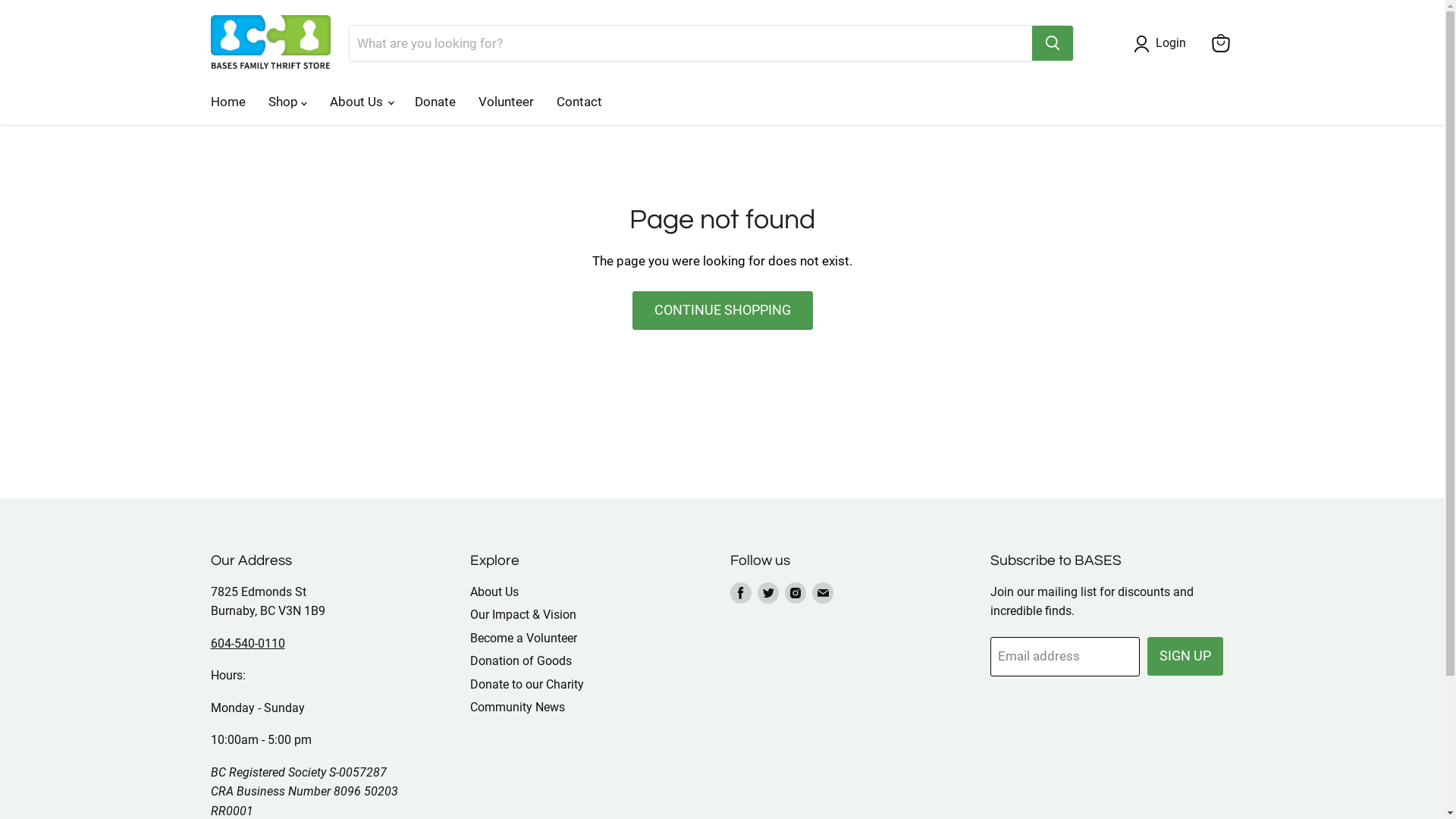 This screenshot has height=819, width=1456. Describe the element at coordinates (198, 102) in the screenshot. I see `'Home'` at that location.